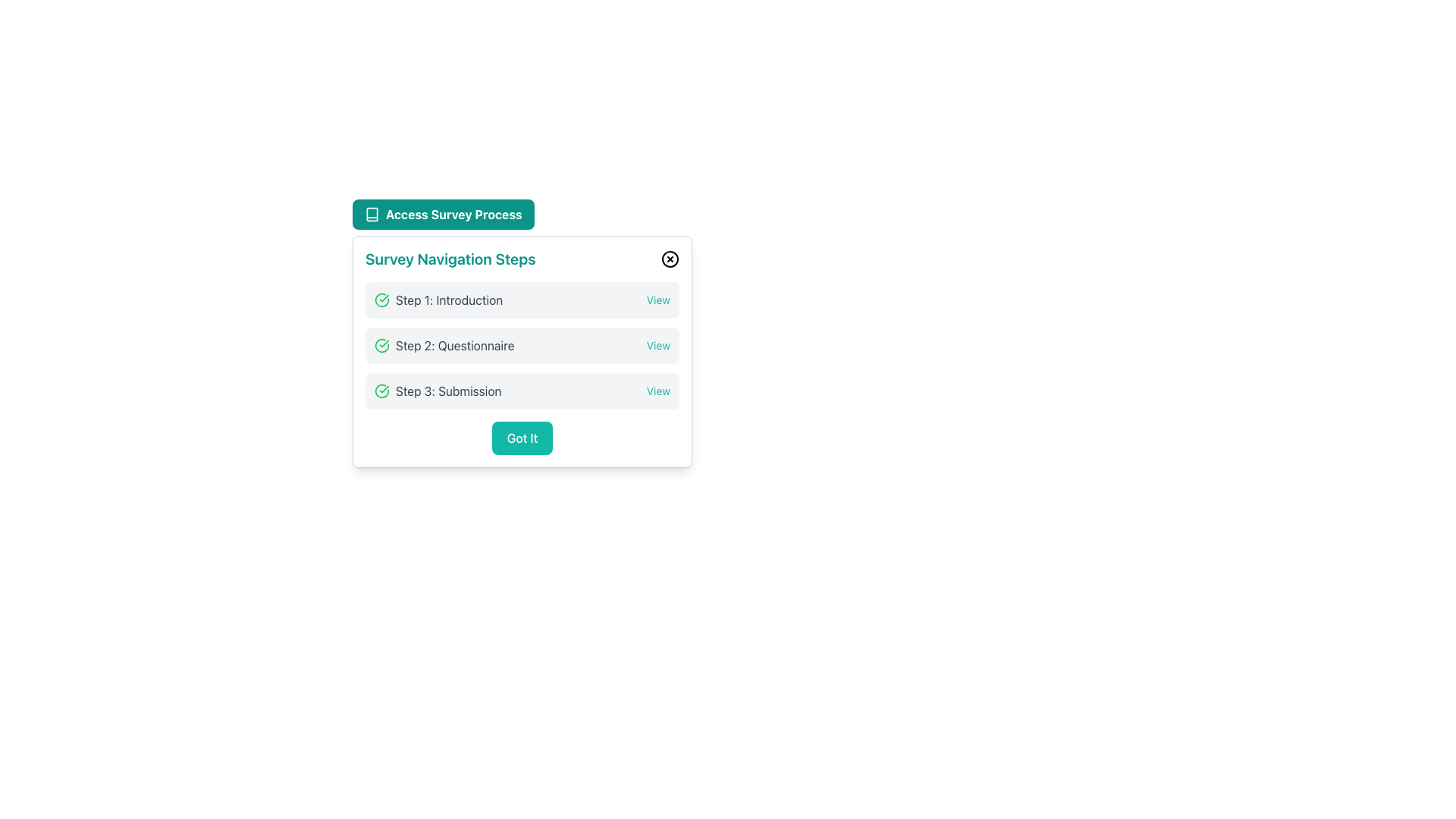 The height and width of the screenshot is (819, 1456). I want to click on the completion indicator icon for the first step in the process, which is located to the left of the text label 'Step 1: Introduction.', so click(382, 300).